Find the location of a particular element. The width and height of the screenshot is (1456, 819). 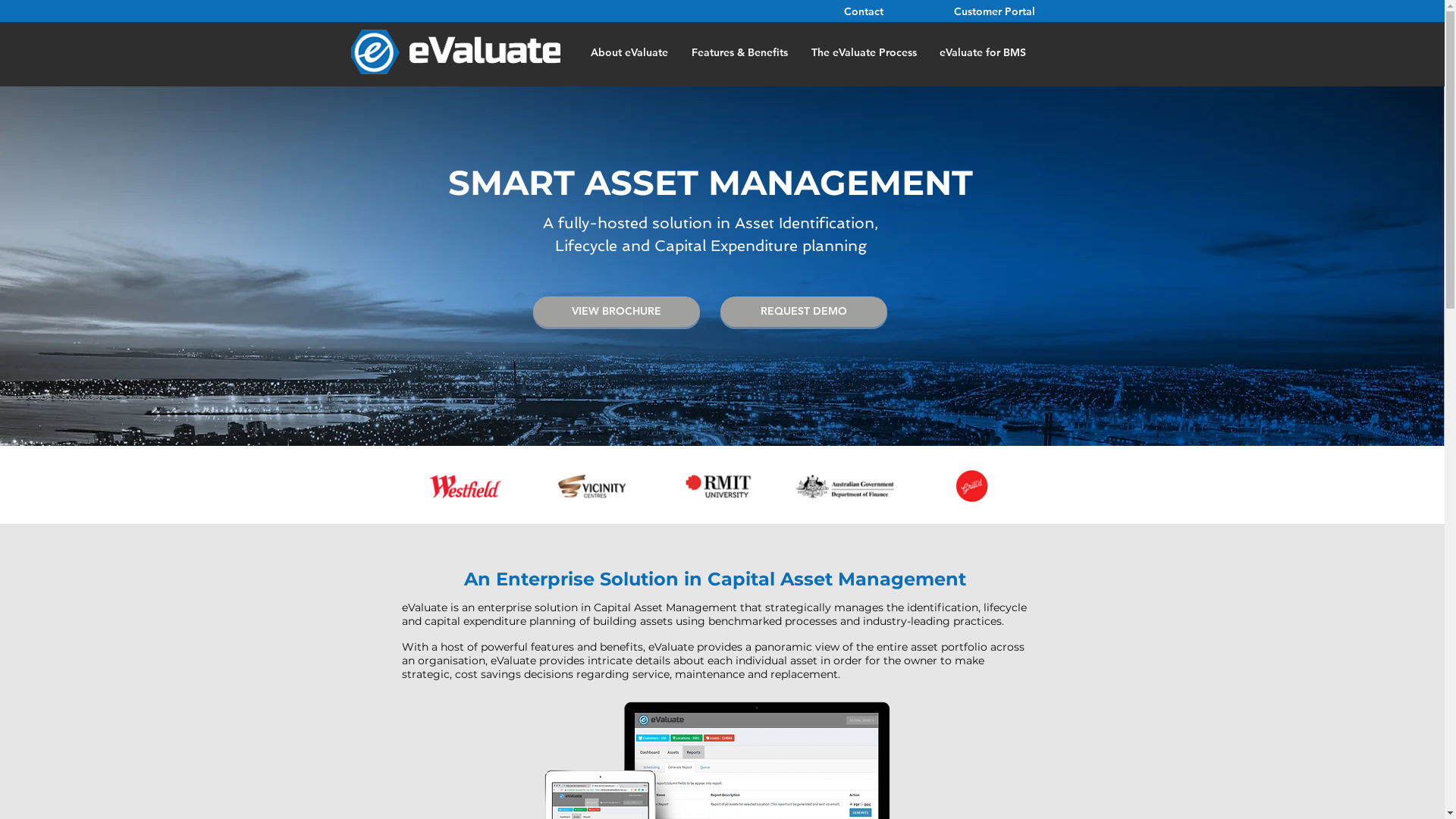

'Customer Portal' is located at coordinates (993, 11).